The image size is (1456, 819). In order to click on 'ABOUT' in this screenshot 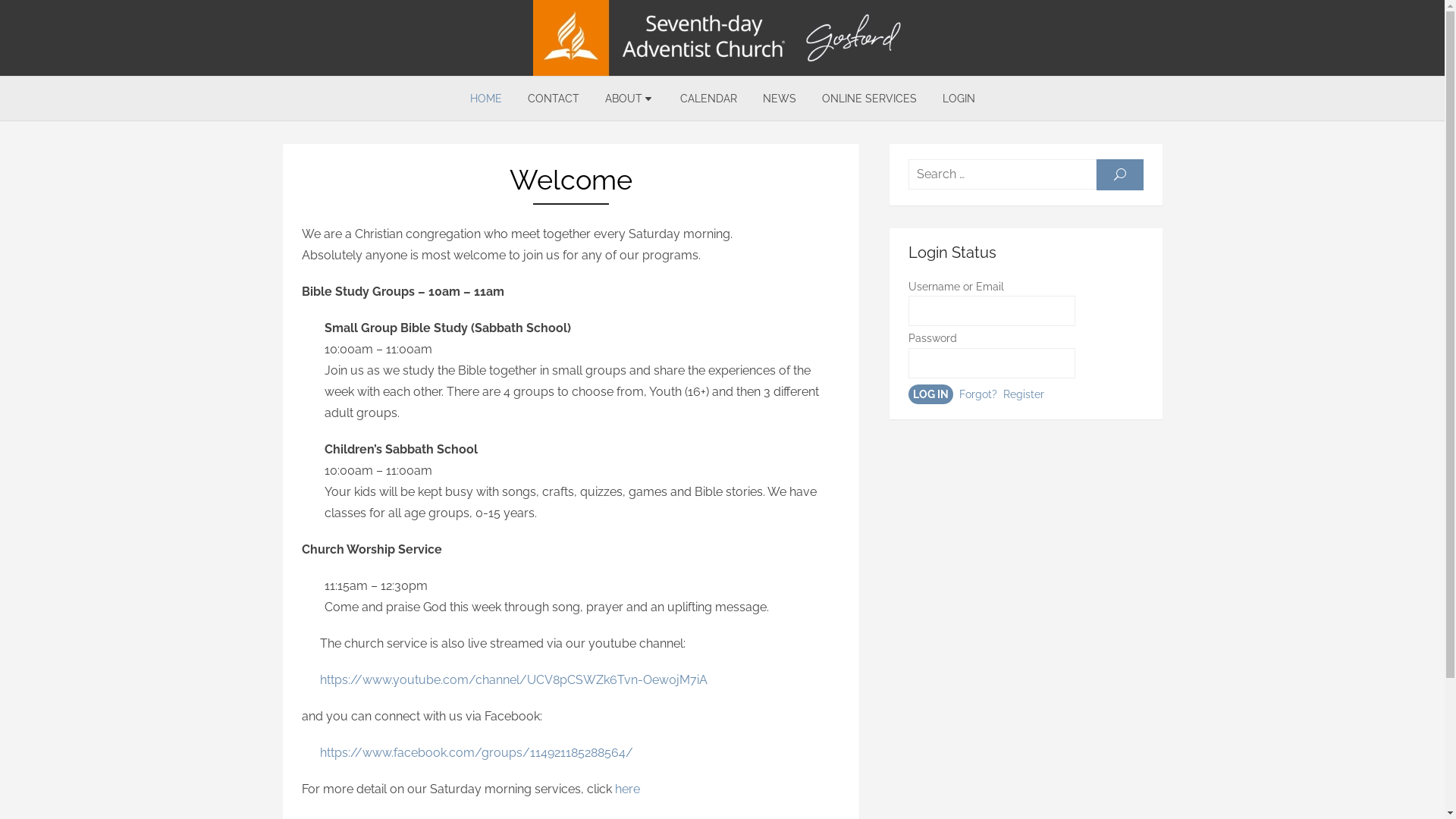, I will do `click(629, 99)`.